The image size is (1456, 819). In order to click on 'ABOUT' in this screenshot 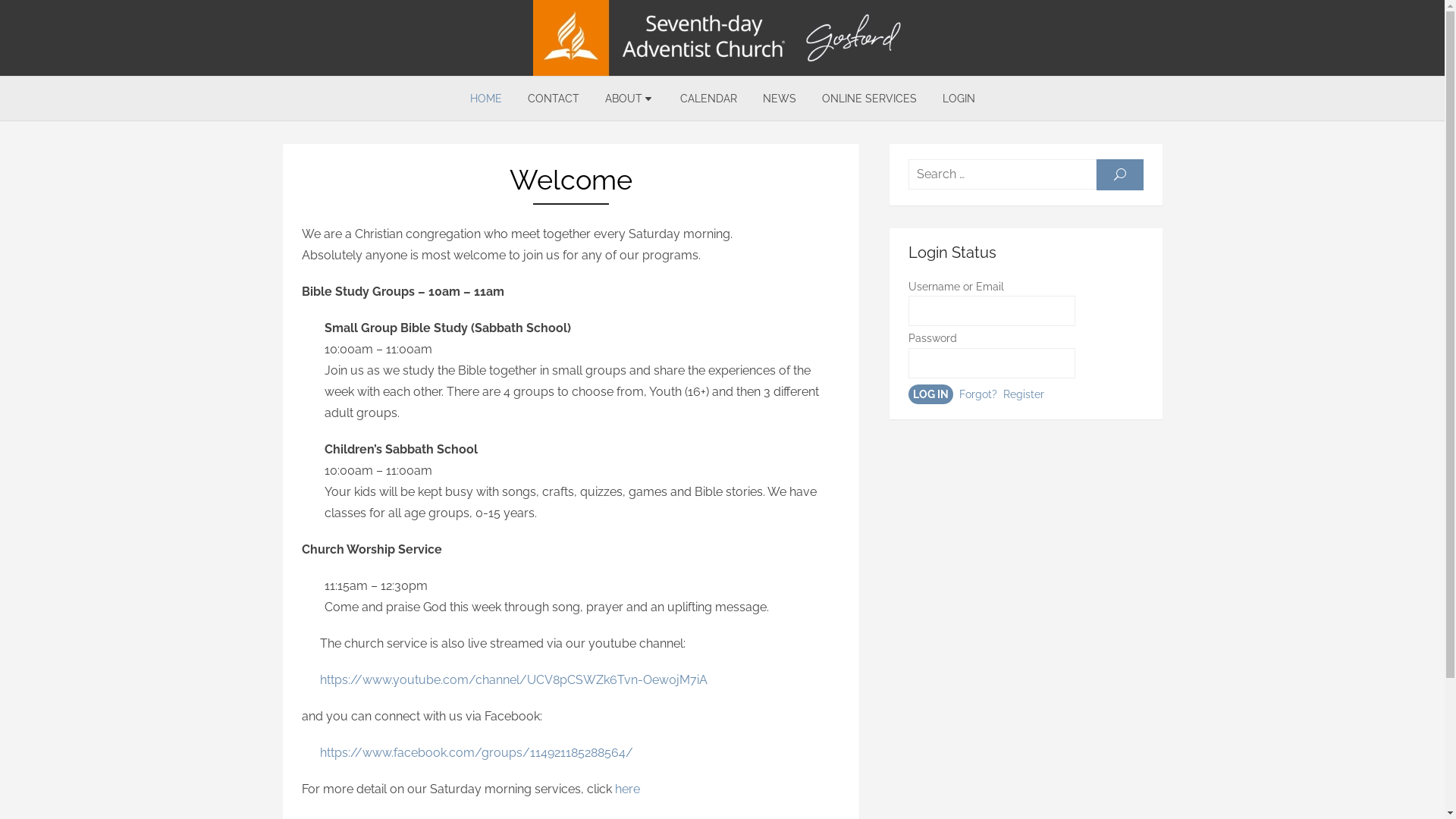, I will do `click(629, 99)`.